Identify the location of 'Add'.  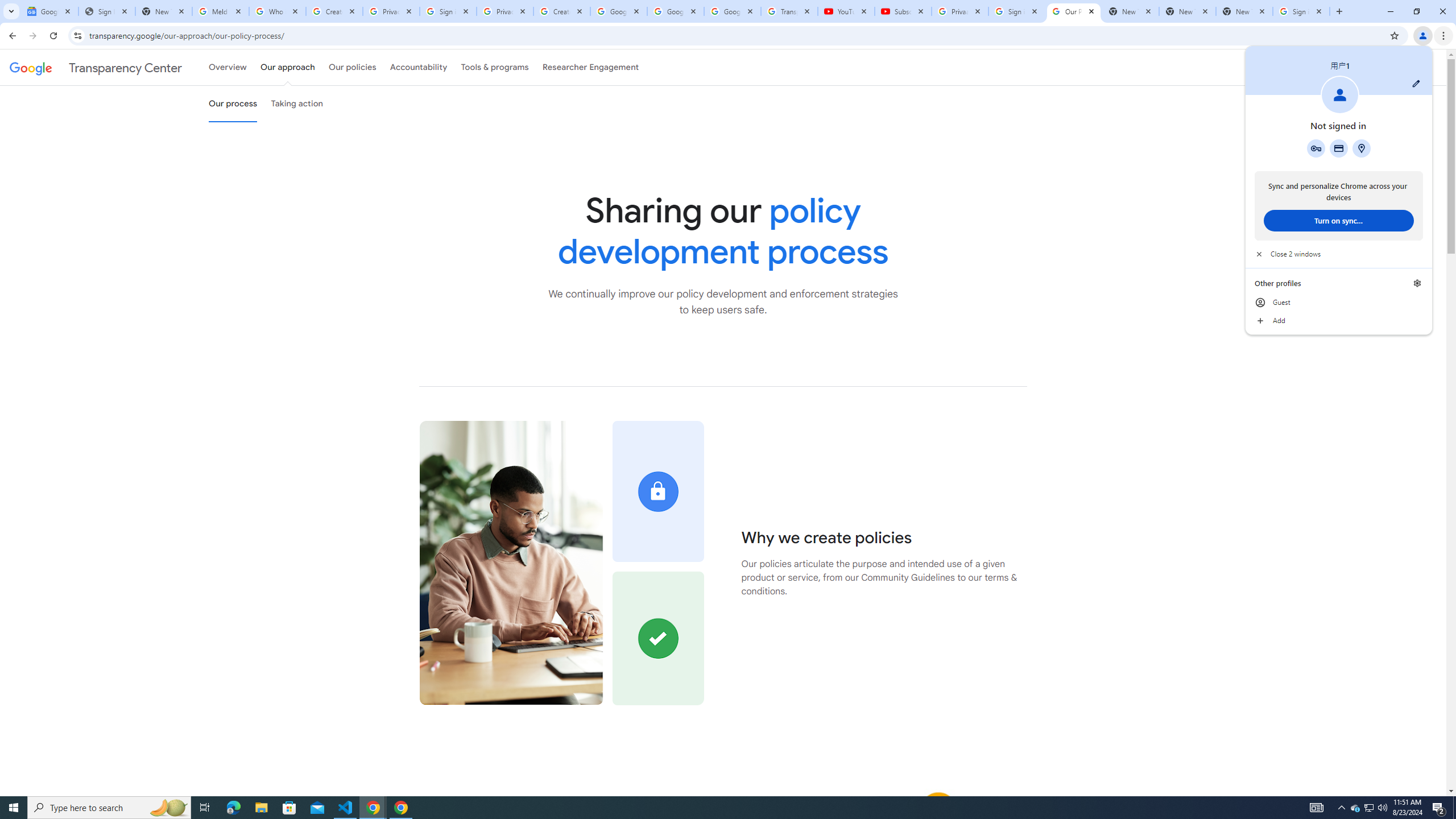
(1338, 320).